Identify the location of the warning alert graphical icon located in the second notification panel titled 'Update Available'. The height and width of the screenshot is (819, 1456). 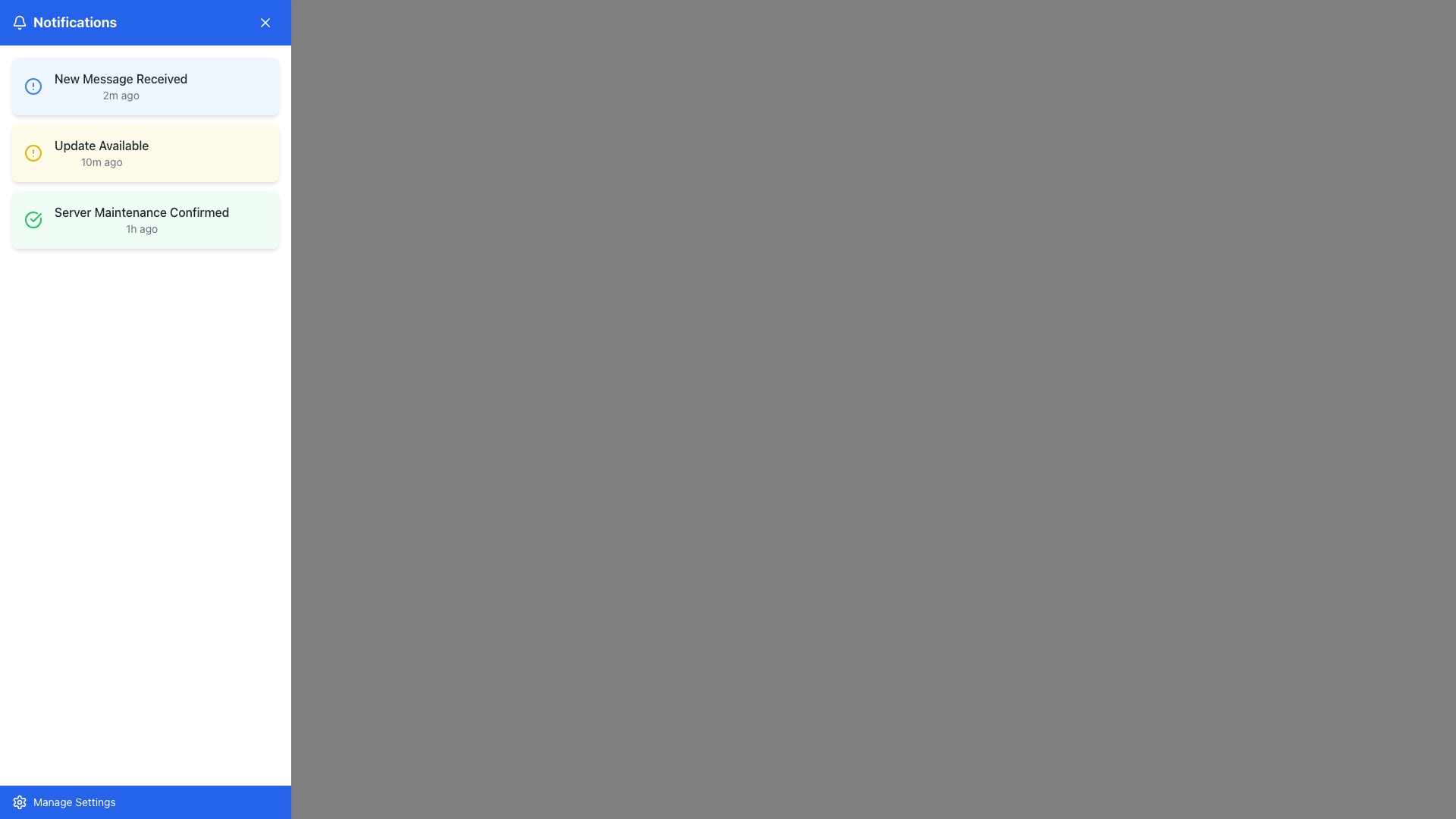
(33, 152).